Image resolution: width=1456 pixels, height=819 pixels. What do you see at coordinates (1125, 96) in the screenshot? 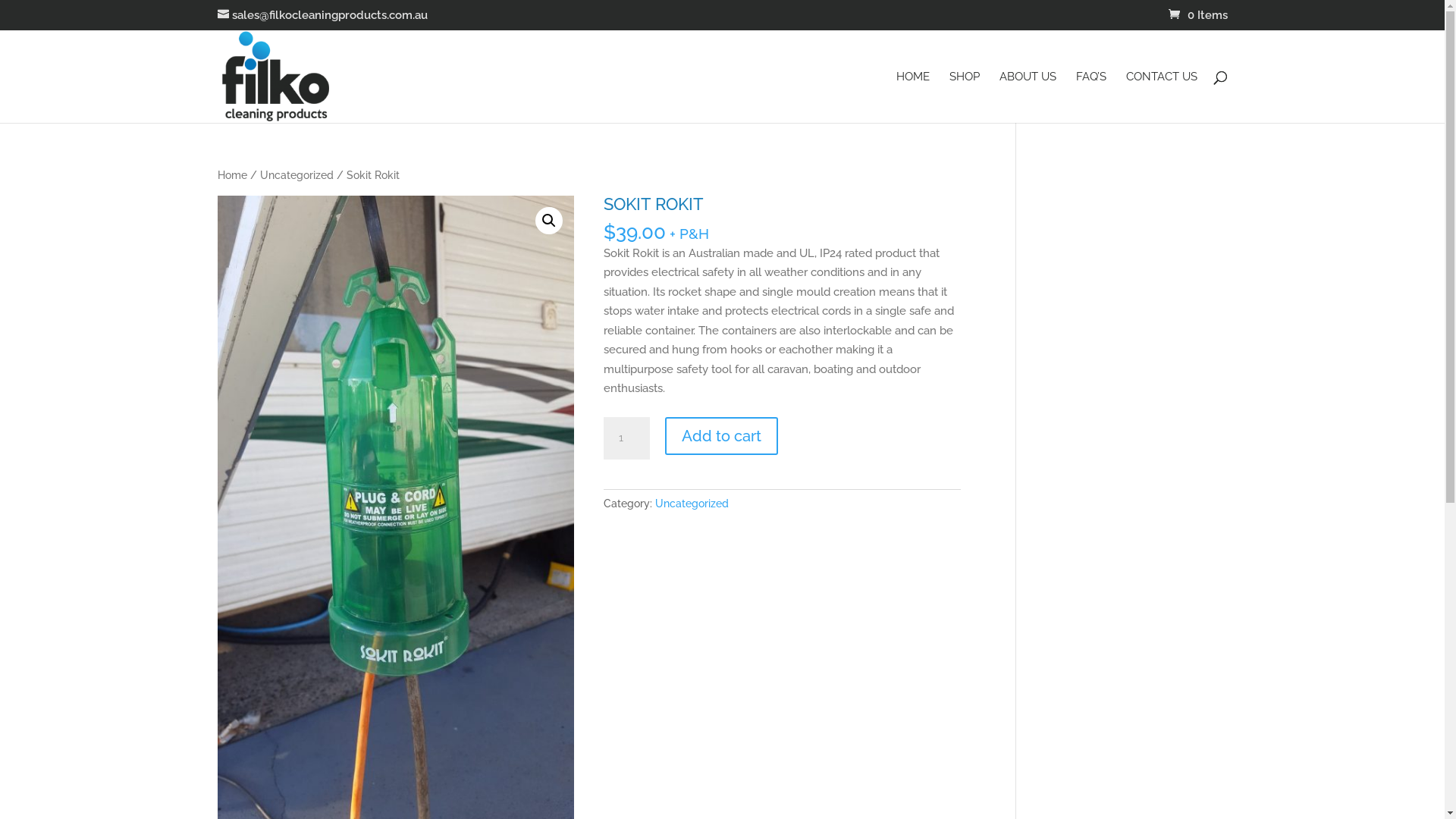
I see `'CONTACT US'` at bounding box center [1125, 96].